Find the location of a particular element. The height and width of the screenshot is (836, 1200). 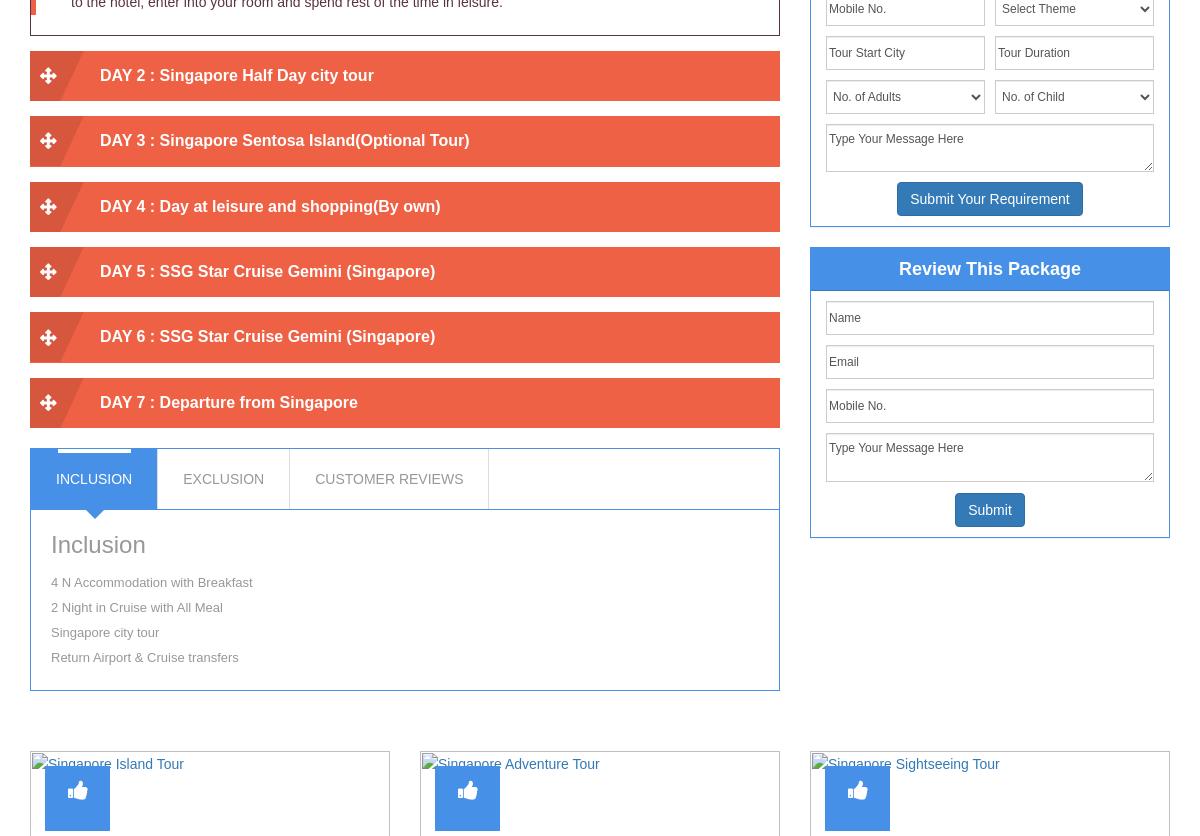

'2 Night in Cruise with All Meal' is located at coordinates (136, 606).